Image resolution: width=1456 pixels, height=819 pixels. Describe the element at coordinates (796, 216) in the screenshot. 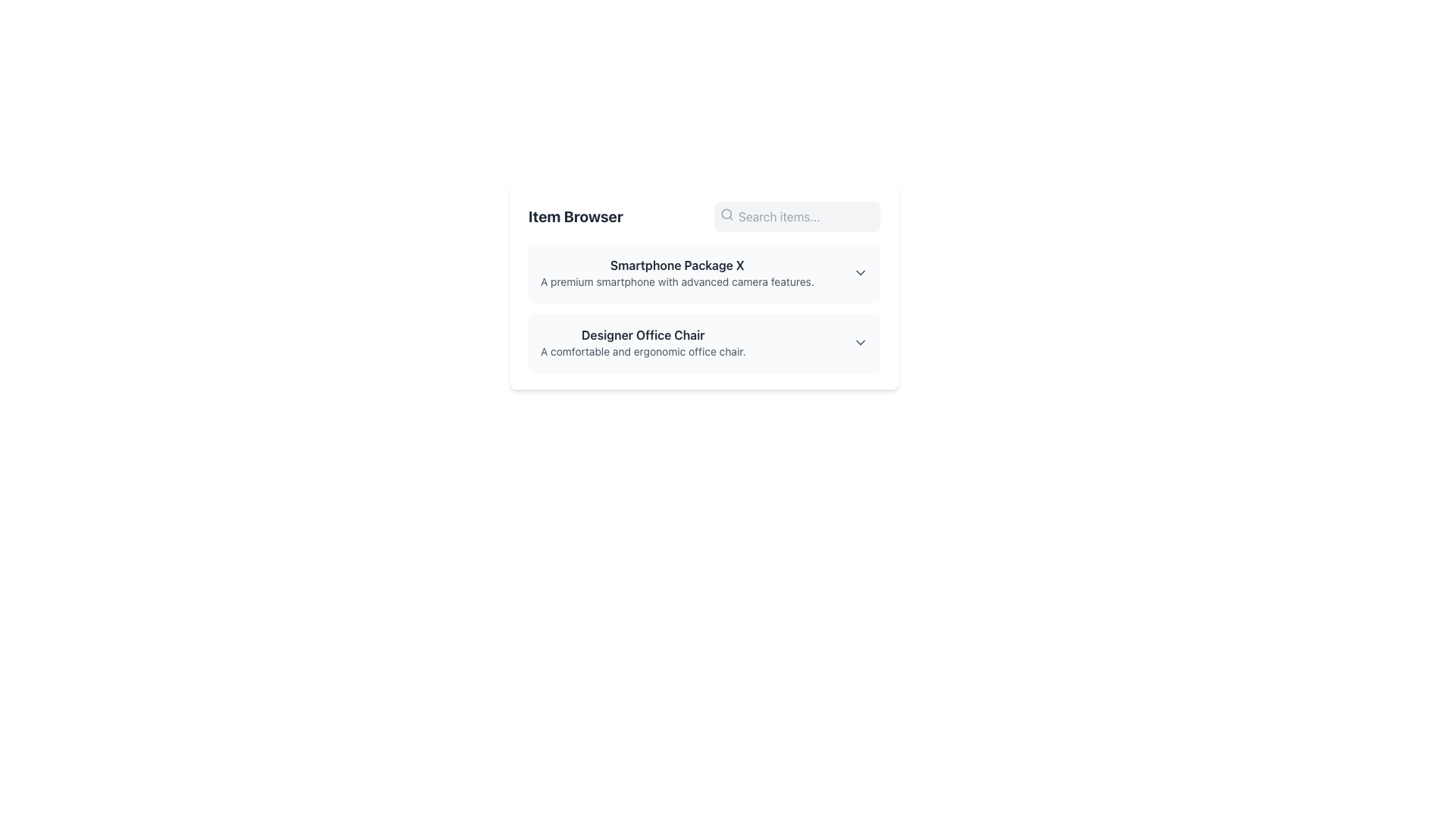

I see `the search bar located in the top-right corner of the 'Item Browser' header section to focus on the input field` at that location.